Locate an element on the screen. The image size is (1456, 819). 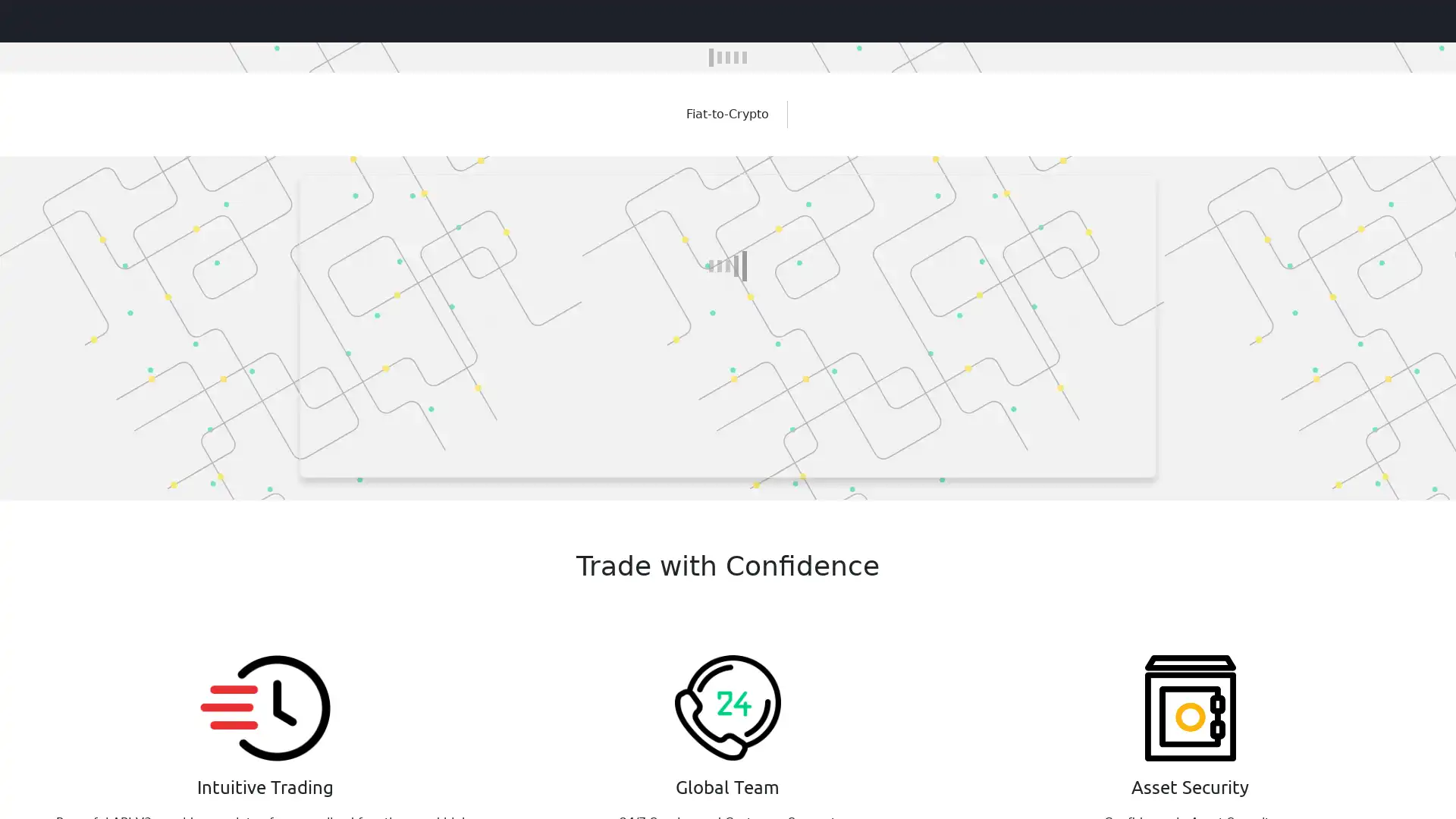
English is located at coordinates (1404, 20).